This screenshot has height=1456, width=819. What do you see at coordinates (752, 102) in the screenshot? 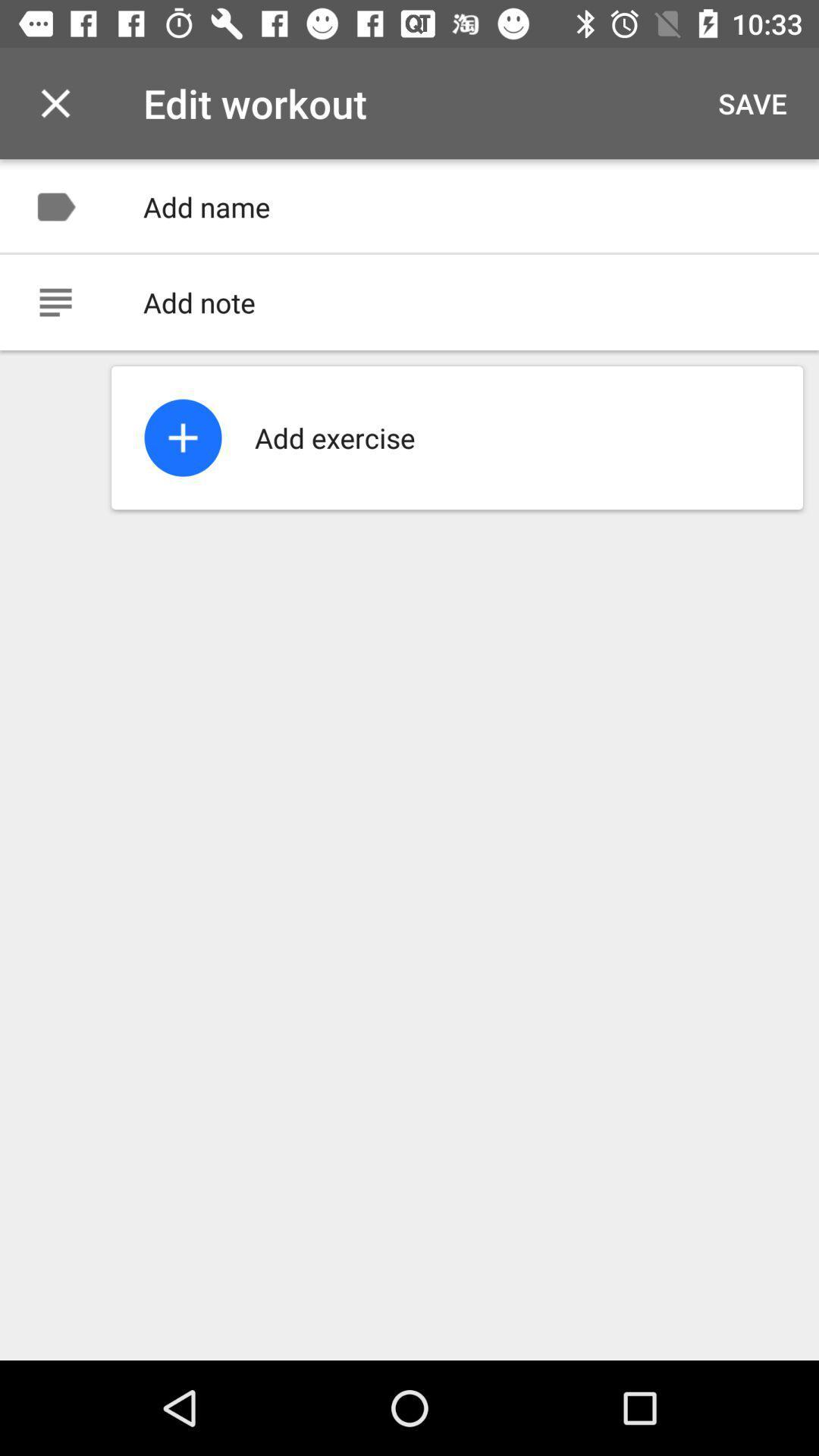
I see `save` at bounding box center [752, 102].